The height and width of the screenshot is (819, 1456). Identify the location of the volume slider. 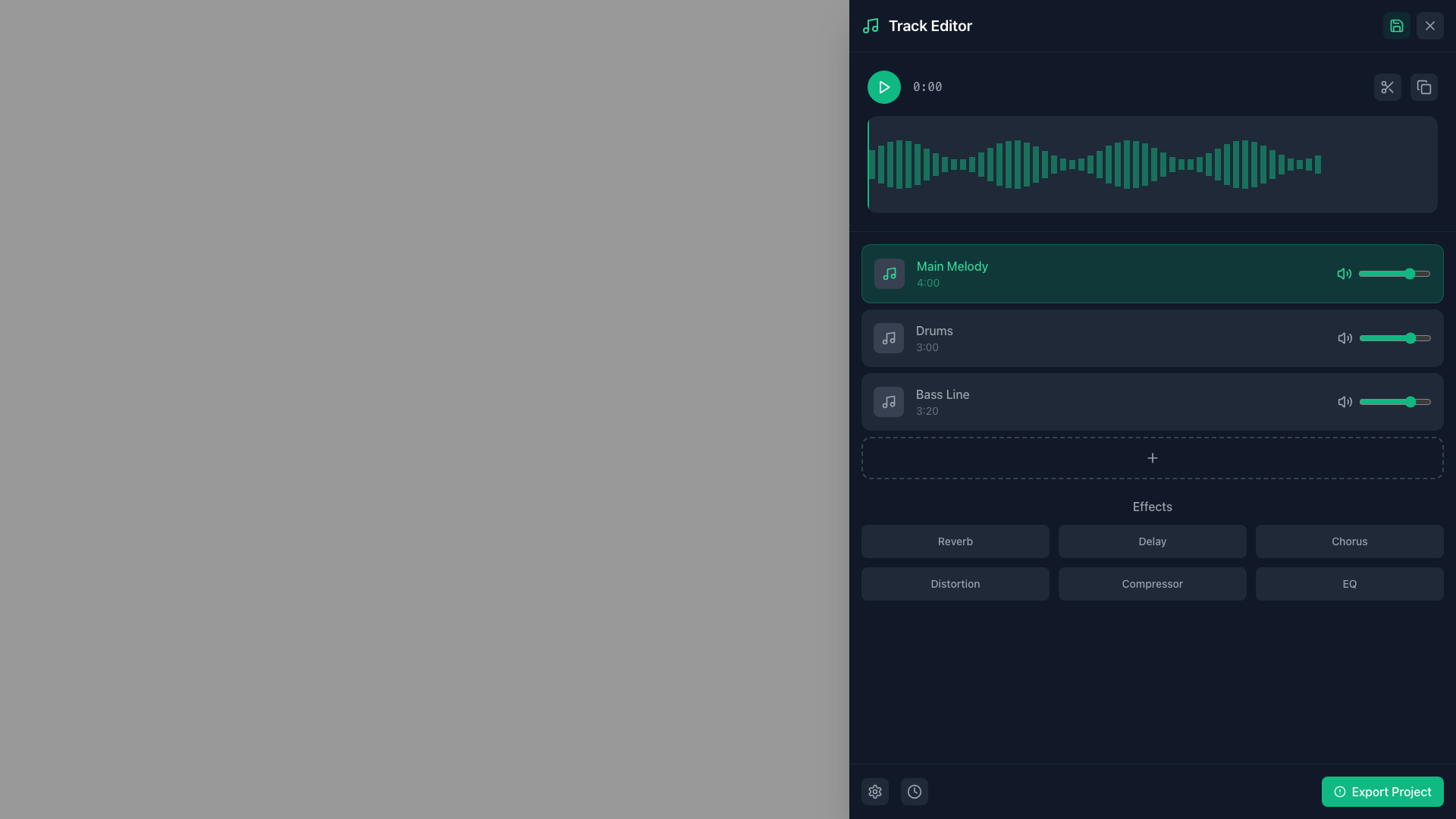
(1400, 337).